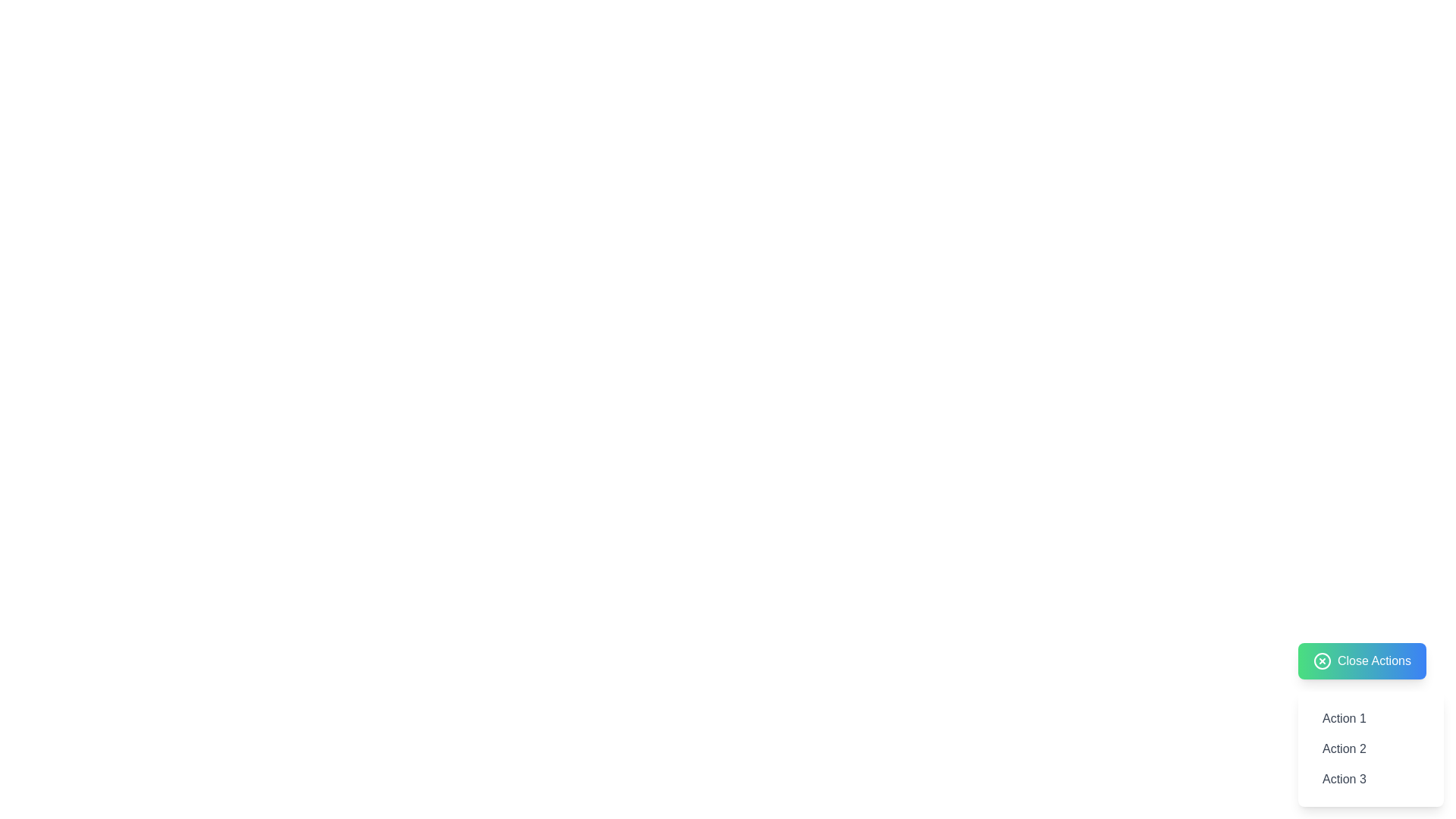 This screenshot has width=1456, height=819. I want to click on the 'Action 2' button, which is the second option in a vertical list of three items, so click(1371, 748).